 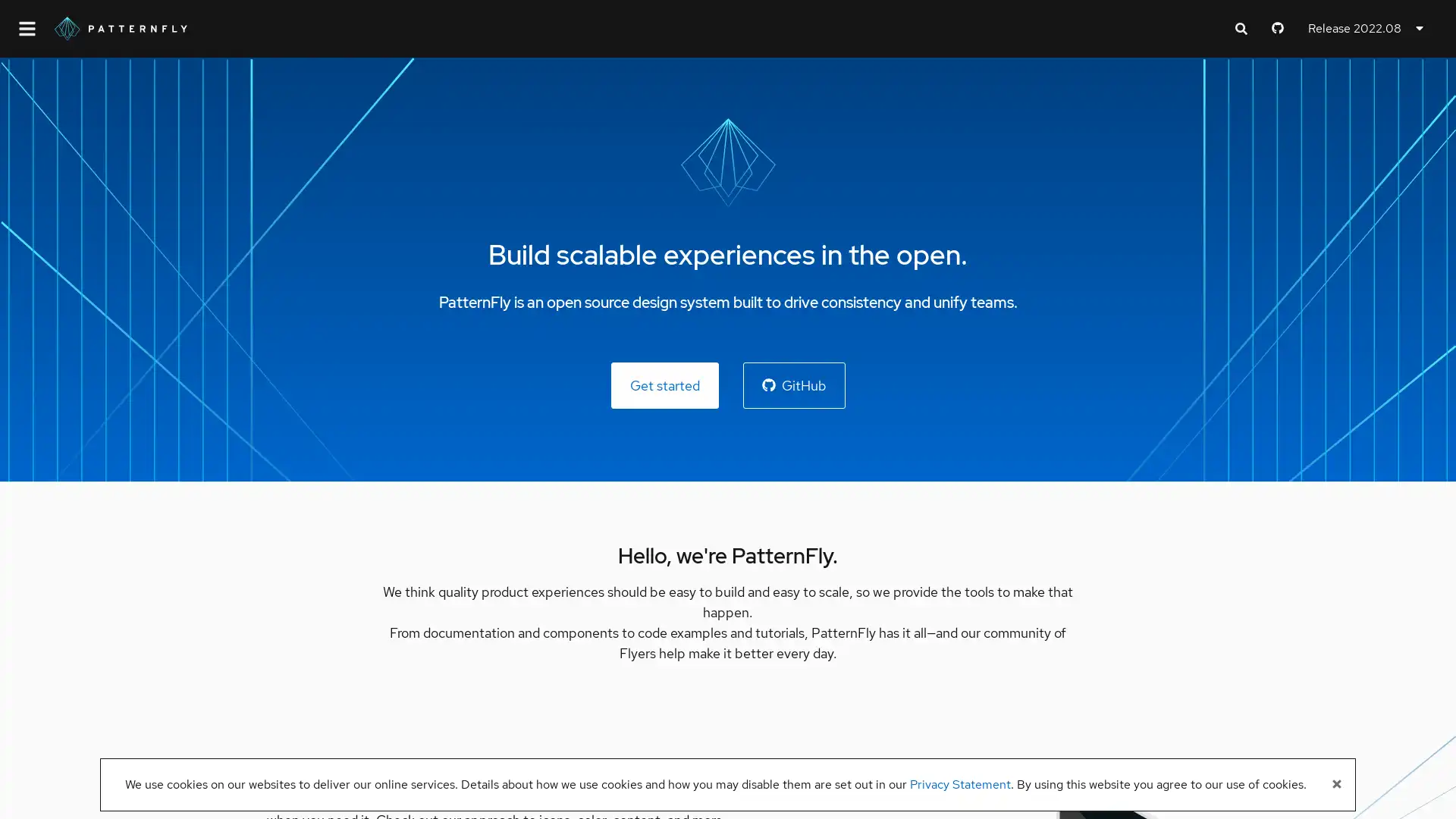 What do you see at coordinates (1241, 29) in the screenshot?
I see `Expand search input` at bounding box center [1241, 29].